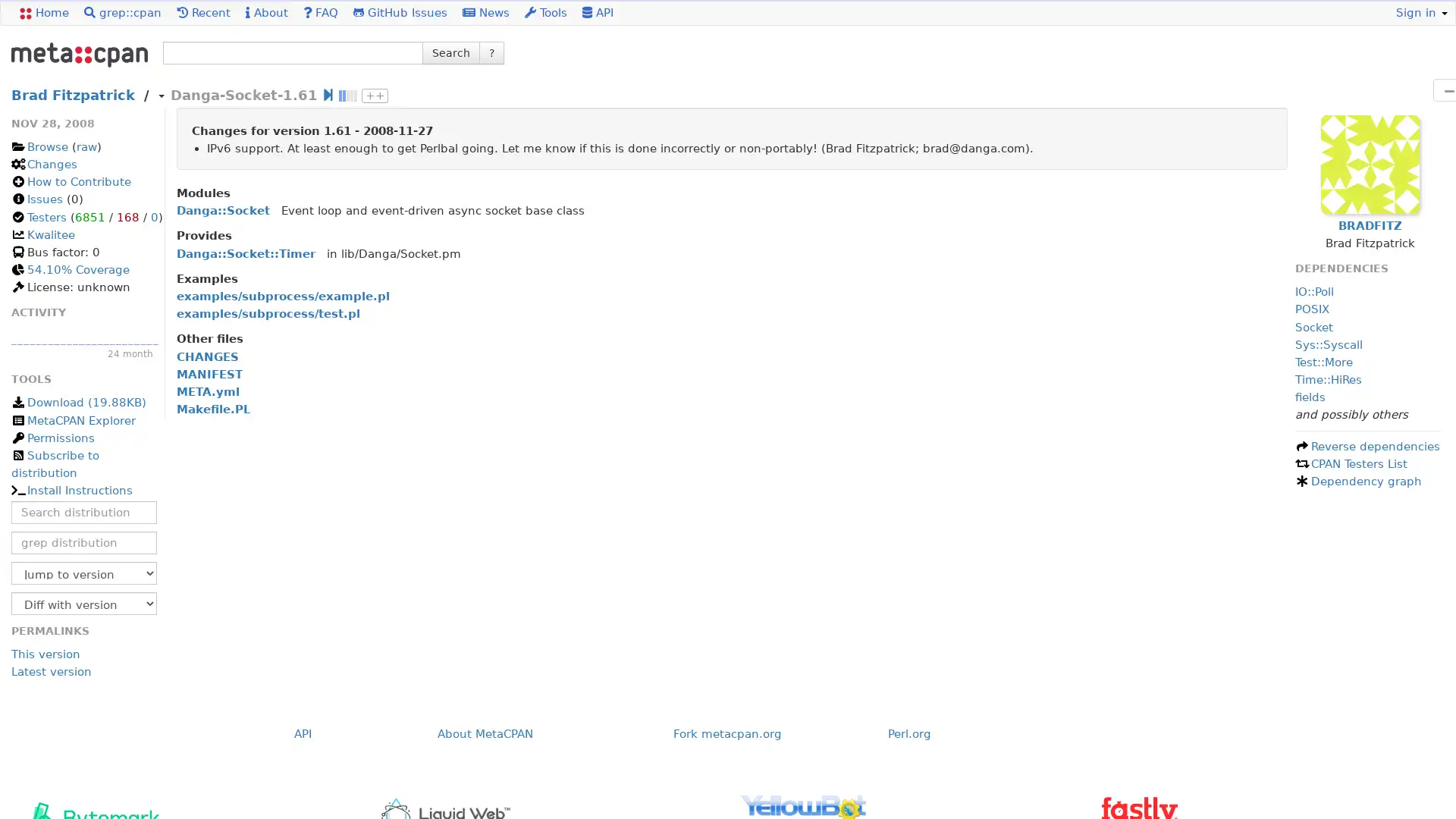  I want to click on Install Instructions, so click(71, 491).